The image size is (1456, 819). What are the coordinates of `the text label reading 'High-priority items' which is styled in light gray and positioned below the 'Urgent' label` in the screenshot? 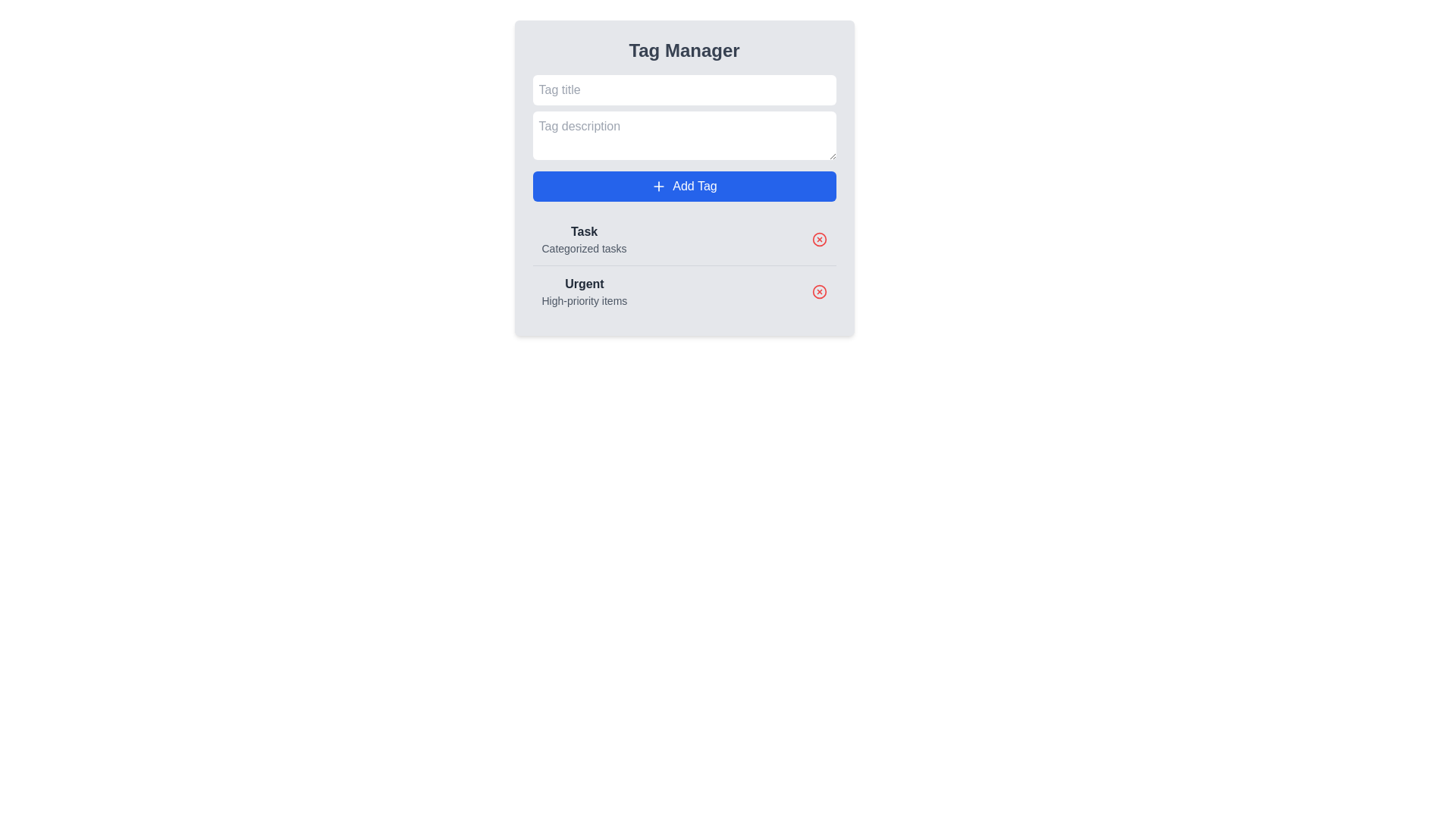 It's located at (583, 301).